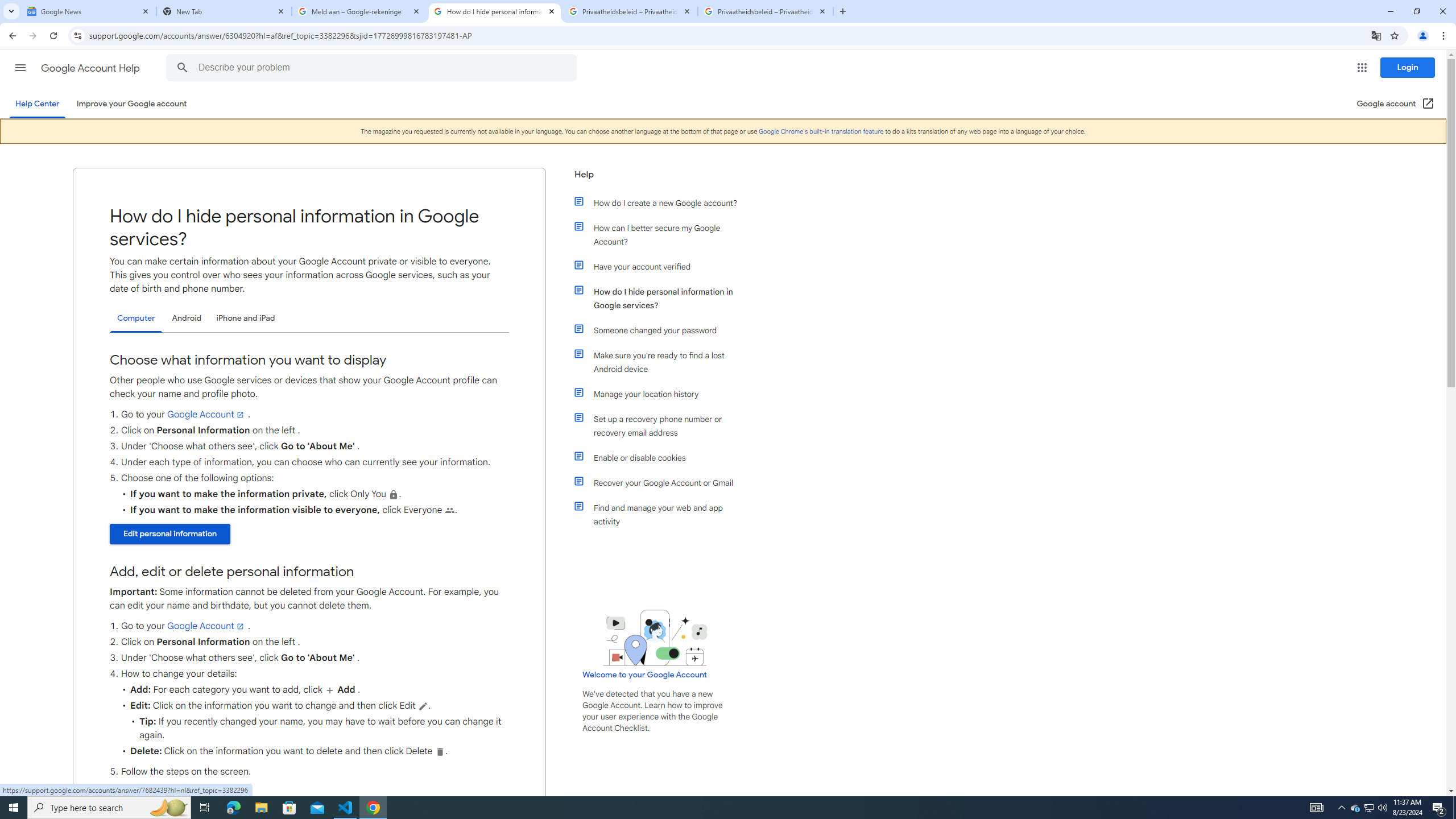 The height and width of the screenshot is (819, 1456). What do you see at coordinates (131, 103) in the screenshot?
I see `'Improve your Google account'` at bounding box center [131, 103].